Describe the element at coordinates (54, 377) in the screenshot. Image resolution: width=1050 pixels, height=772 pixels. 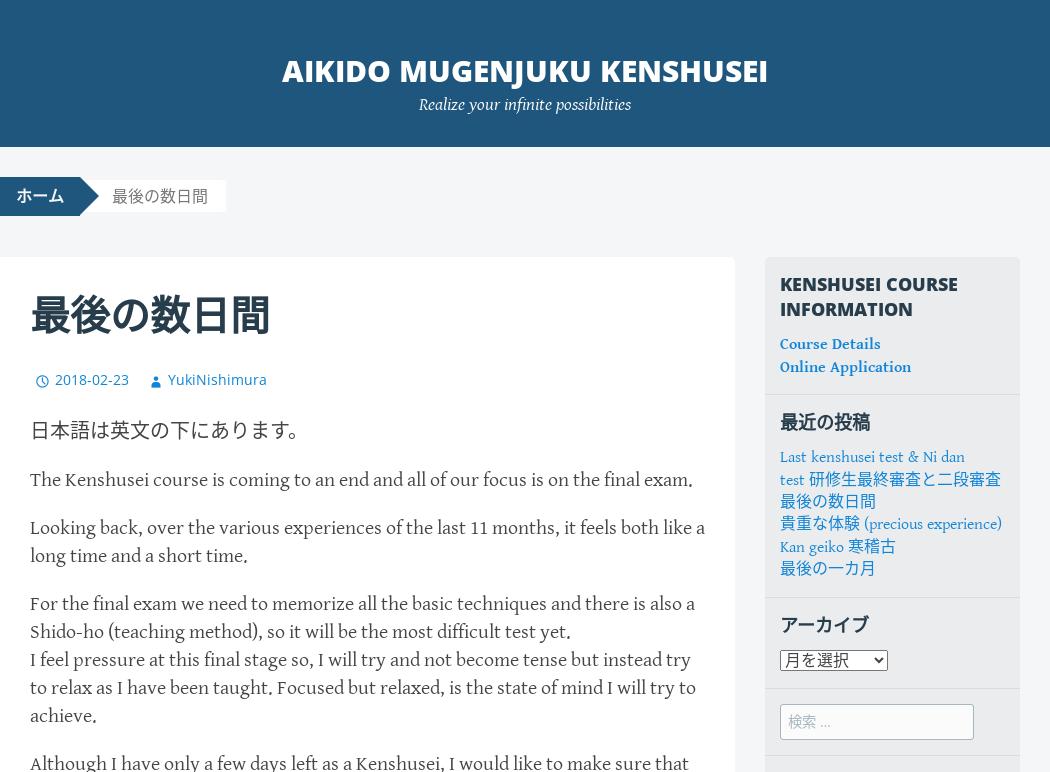
I see `'2018-02-23'` at that location.